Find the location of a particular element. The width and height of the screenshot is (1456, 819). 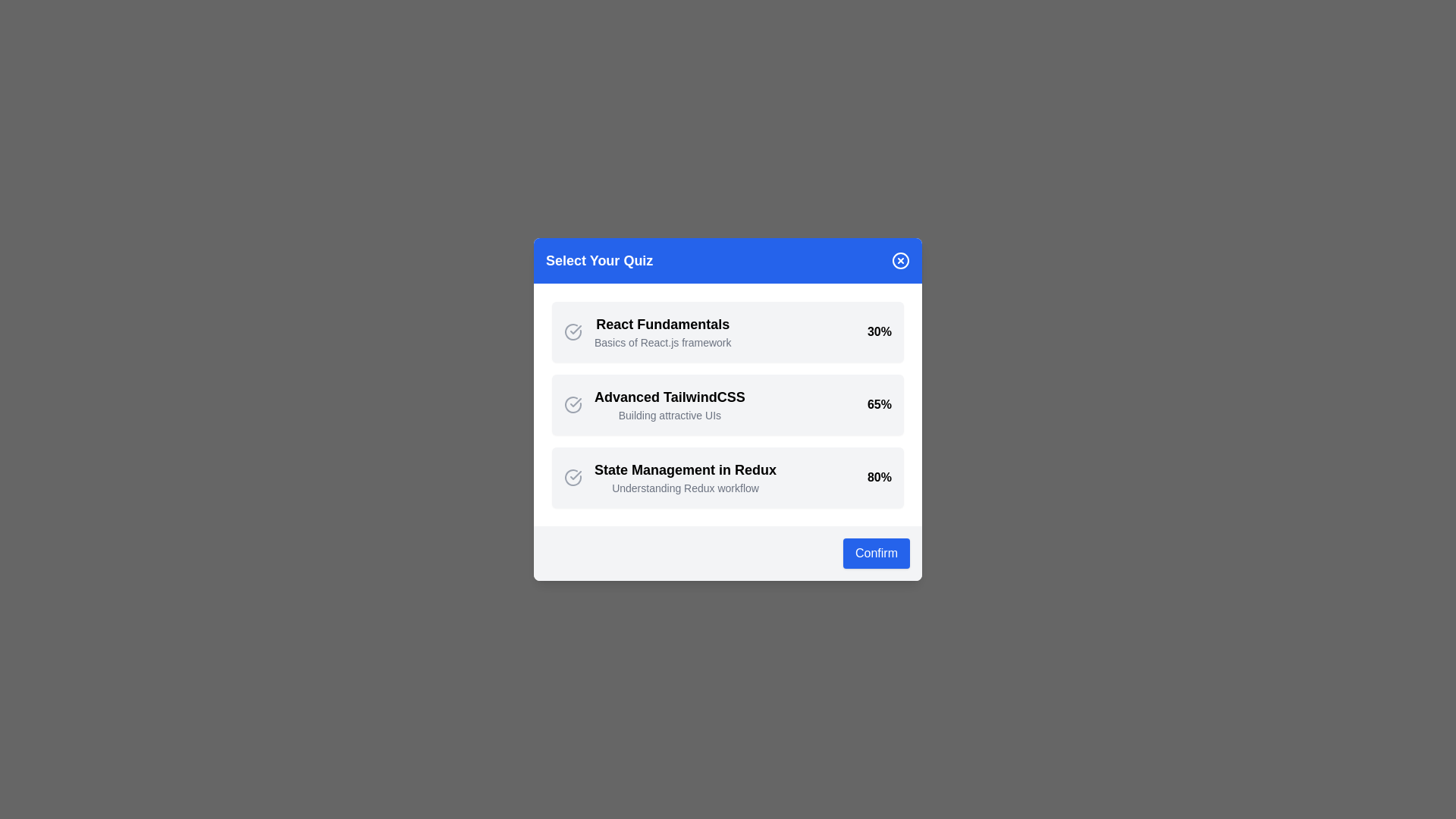

the close button to close the dialog is located at coordinates (901, 259).